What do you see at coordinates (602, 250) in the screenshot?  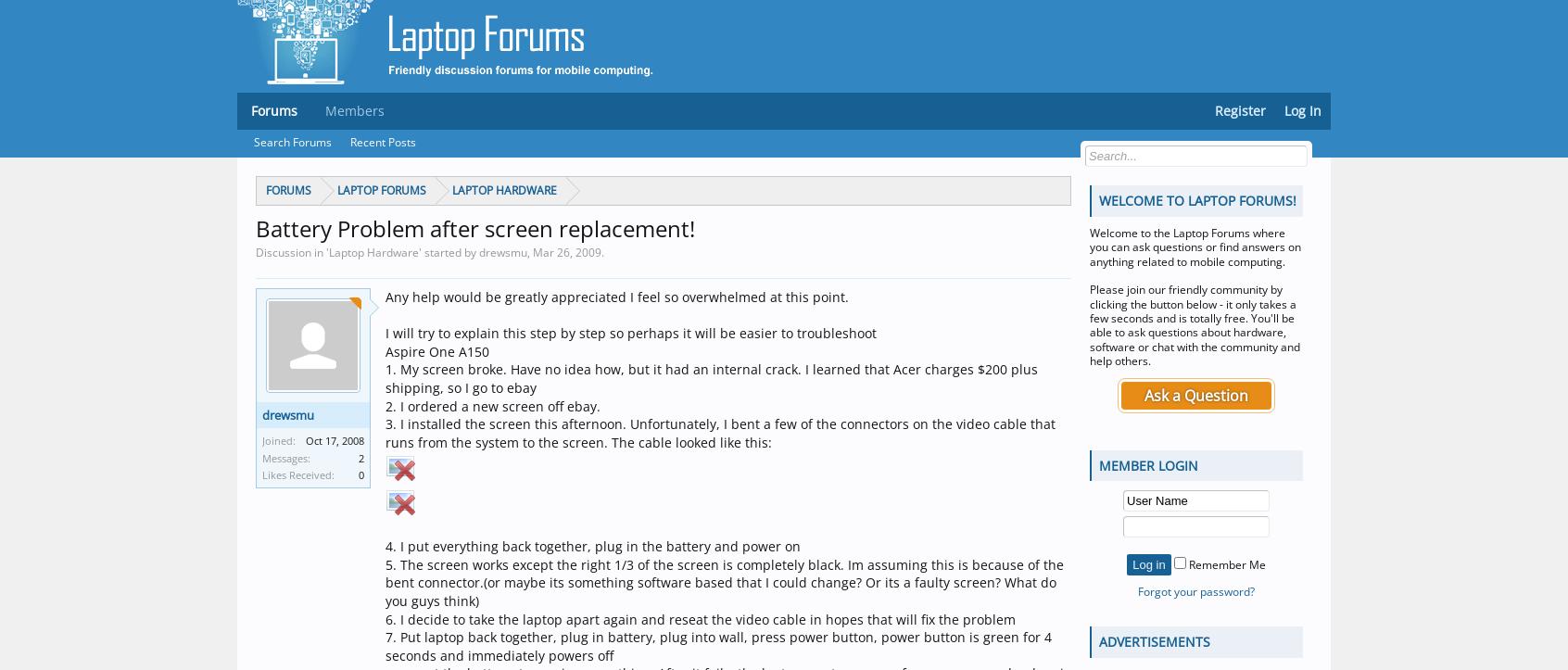 I see `'.'` at bounding box center [602, 250].